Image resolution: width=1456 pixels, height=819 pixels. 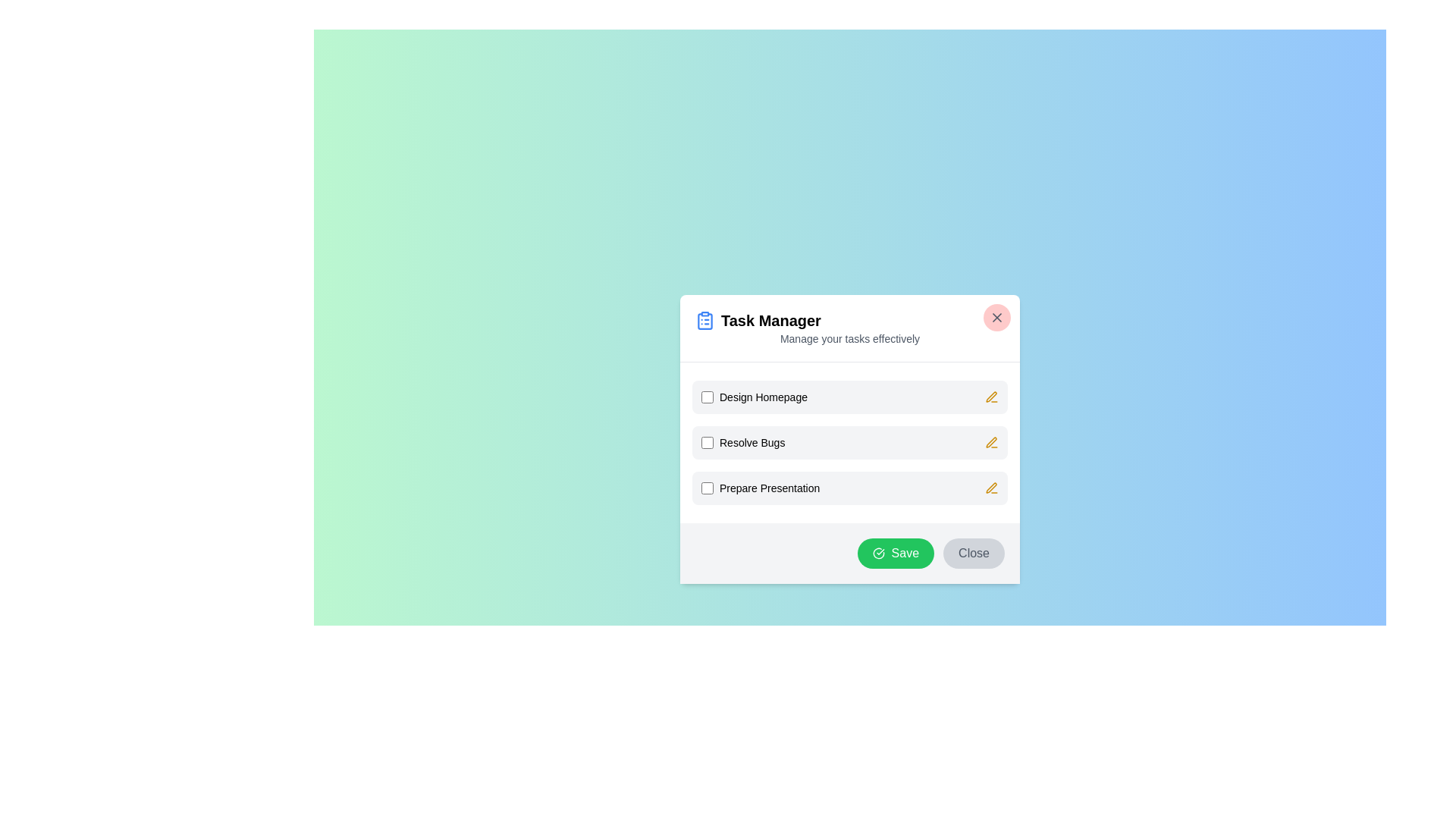 I want to click on the static text label that reads 'Manage your tasks effectively', which is located below the 'Task Manager' heading and centered within the bordered section, so click(x=850, y=337).